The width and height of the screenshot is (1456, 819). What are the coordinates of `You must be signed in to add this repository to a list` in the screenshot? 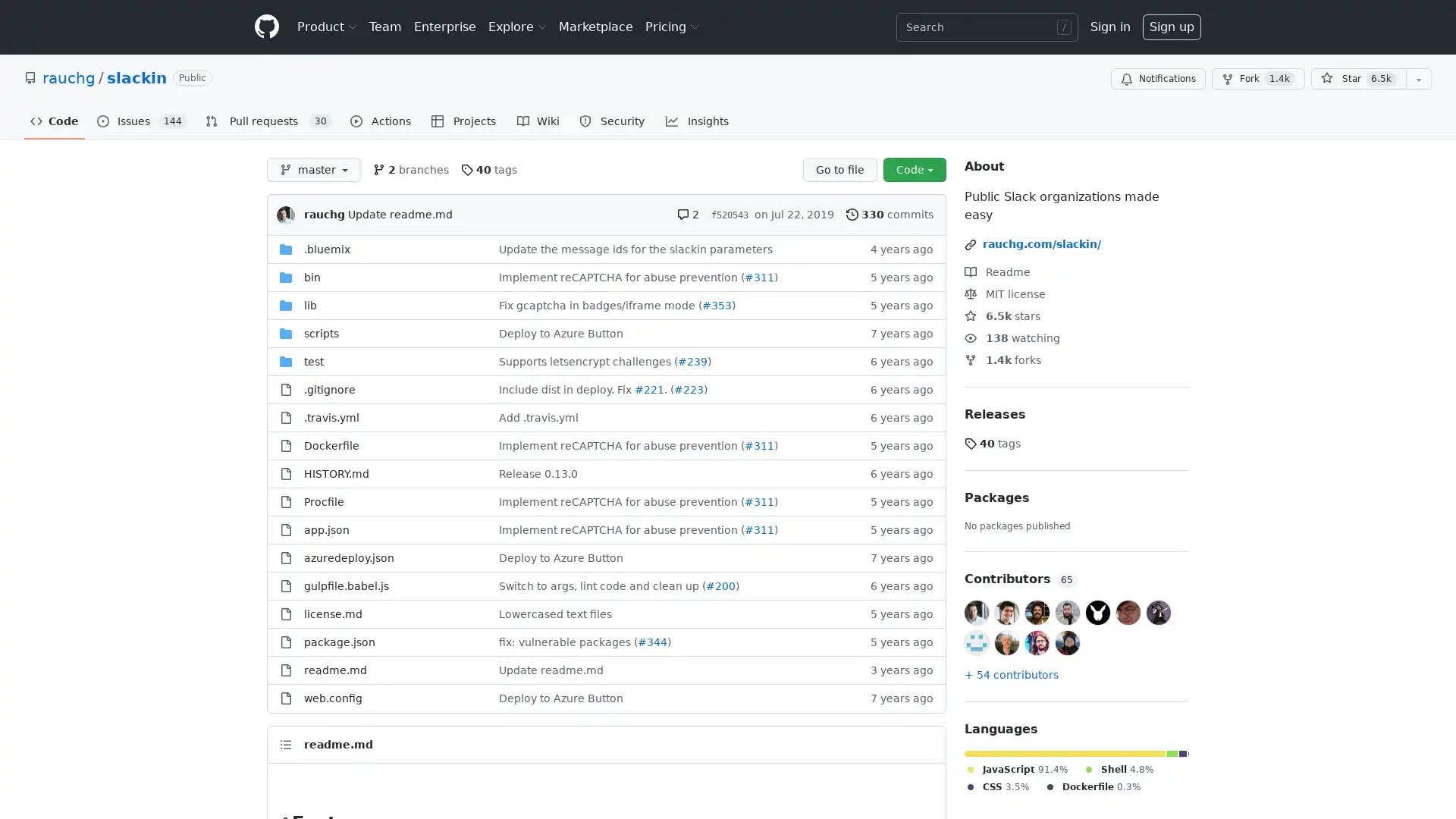 It's located at (1418, 79).